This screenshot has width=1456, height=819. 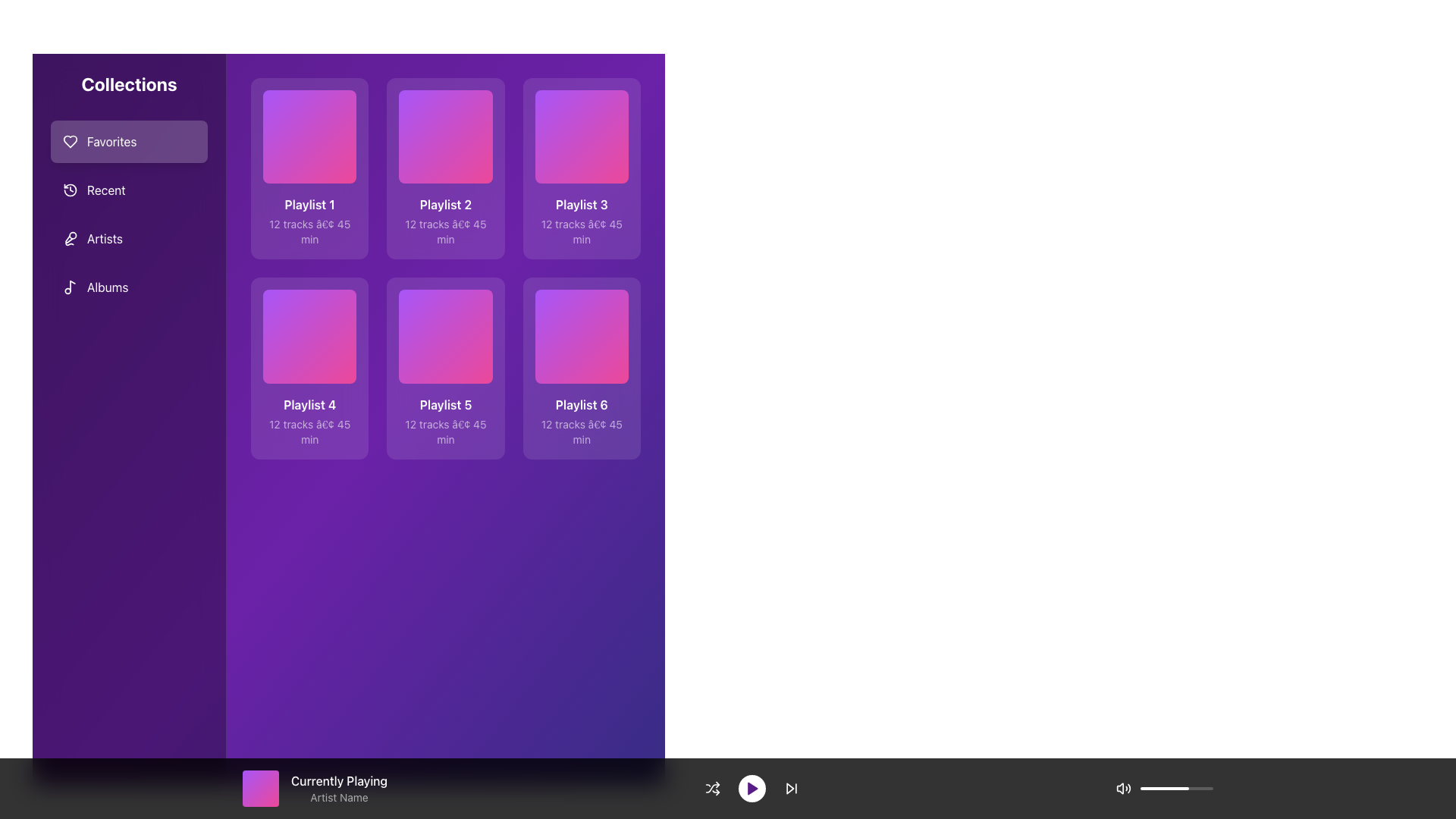 What do you see at coordinates (752, 788) in the screenshot?
I see `the play icon located at the bottom center of the interface` at bounding box center [752, 788].